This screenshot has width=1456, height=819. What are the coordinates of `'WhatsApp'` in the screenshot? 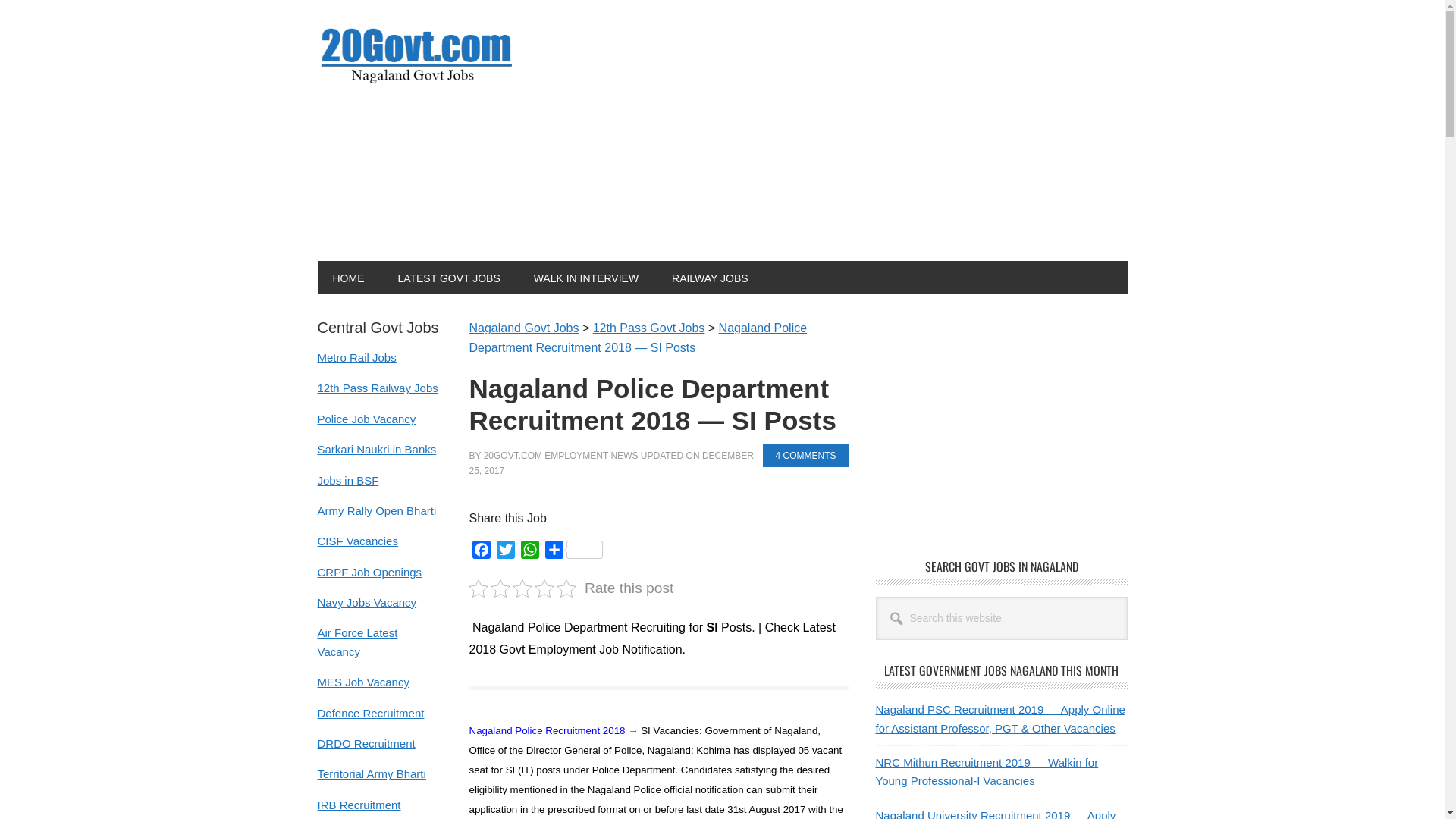 It's located at (529, 552).